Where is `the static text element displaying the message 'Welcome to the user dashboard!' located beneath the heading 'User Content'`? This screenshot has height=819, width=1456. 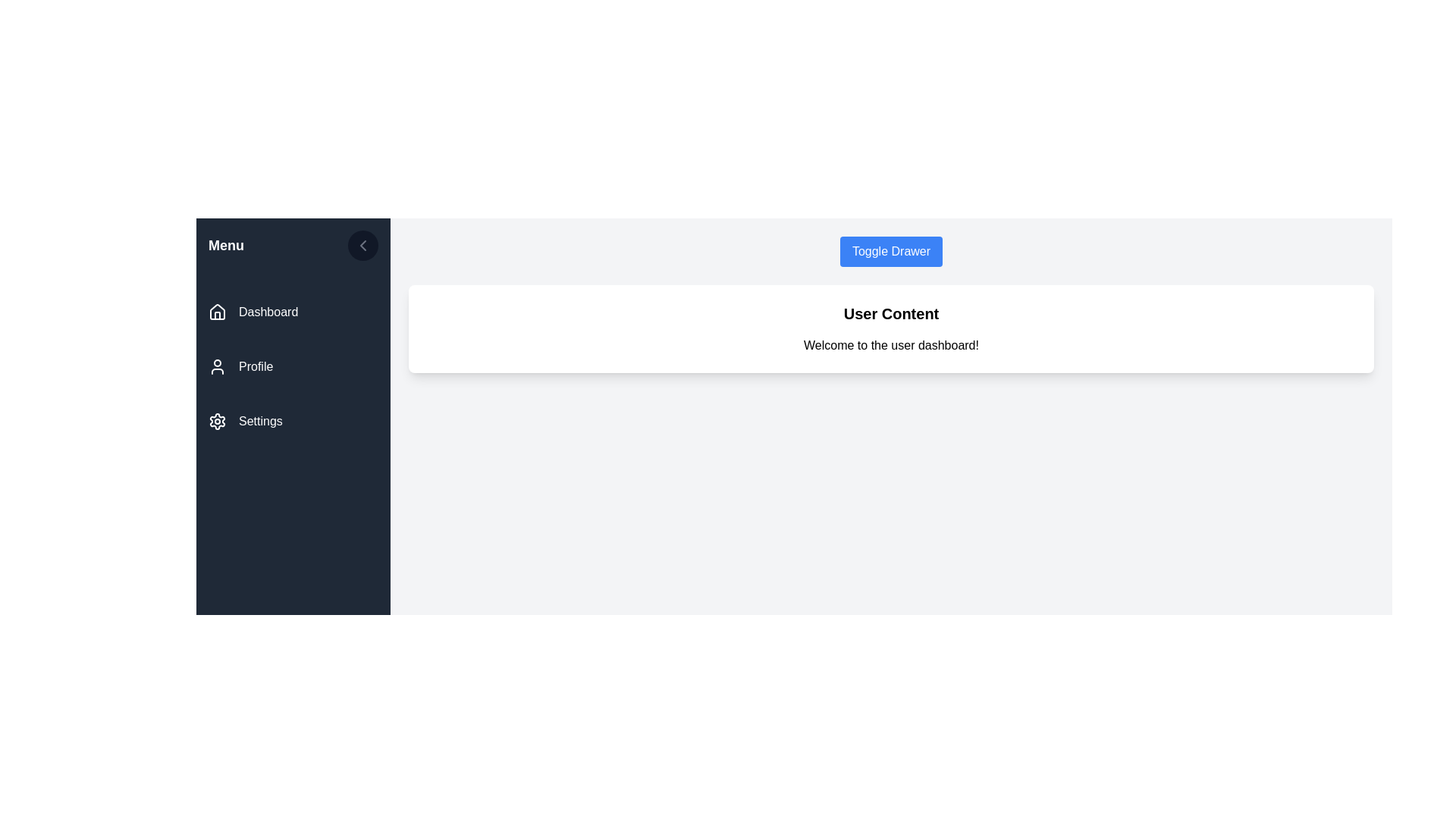
the static text element displaying the message 'Welcome to the user dashboard!' located beneath the heading 'User Content' is located at coordinates (891, 345).